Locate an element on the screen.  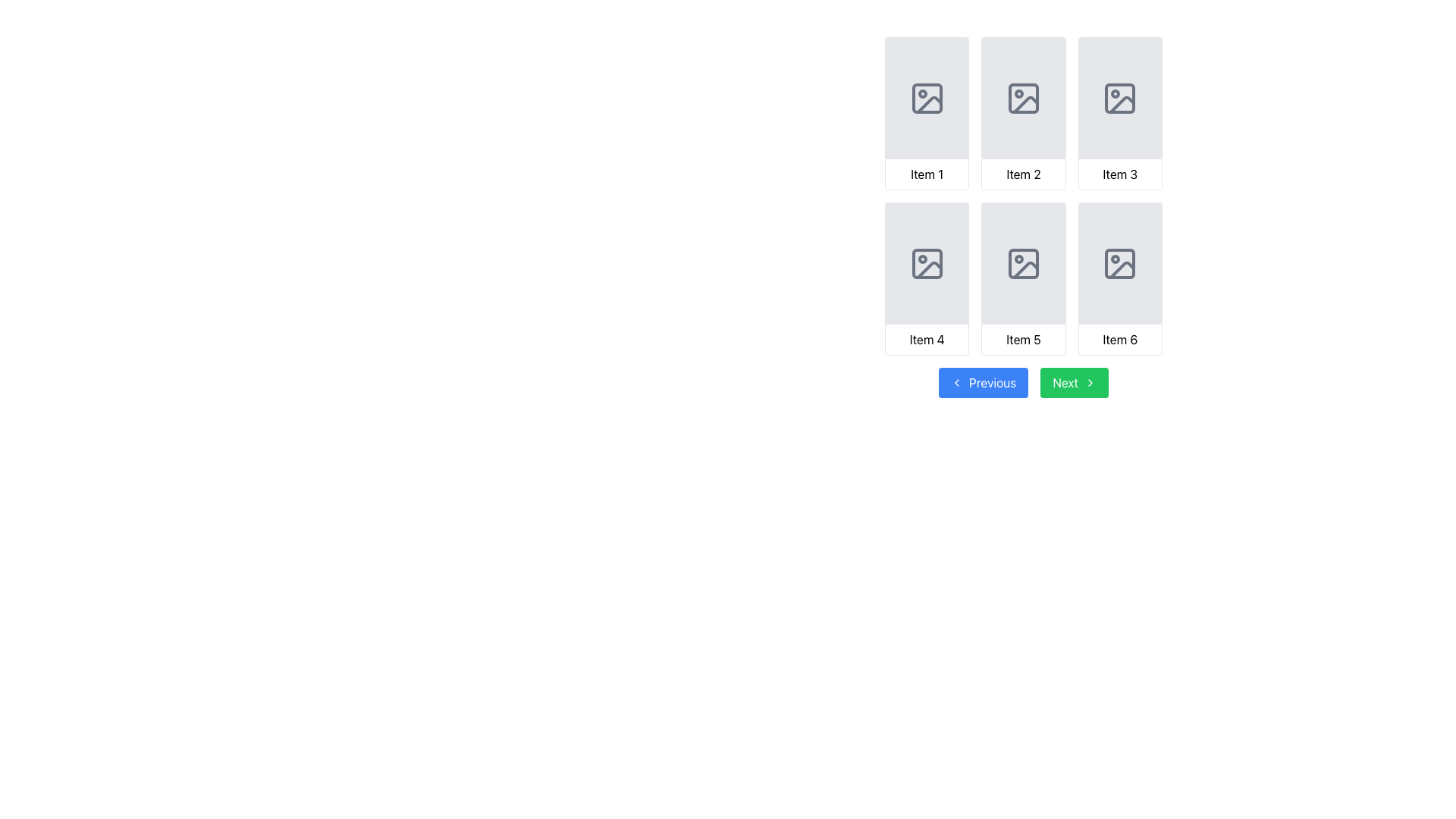
the card component representing 'Item 4' in the second row, first column of the grid layout is located at coordinates (926, 278).